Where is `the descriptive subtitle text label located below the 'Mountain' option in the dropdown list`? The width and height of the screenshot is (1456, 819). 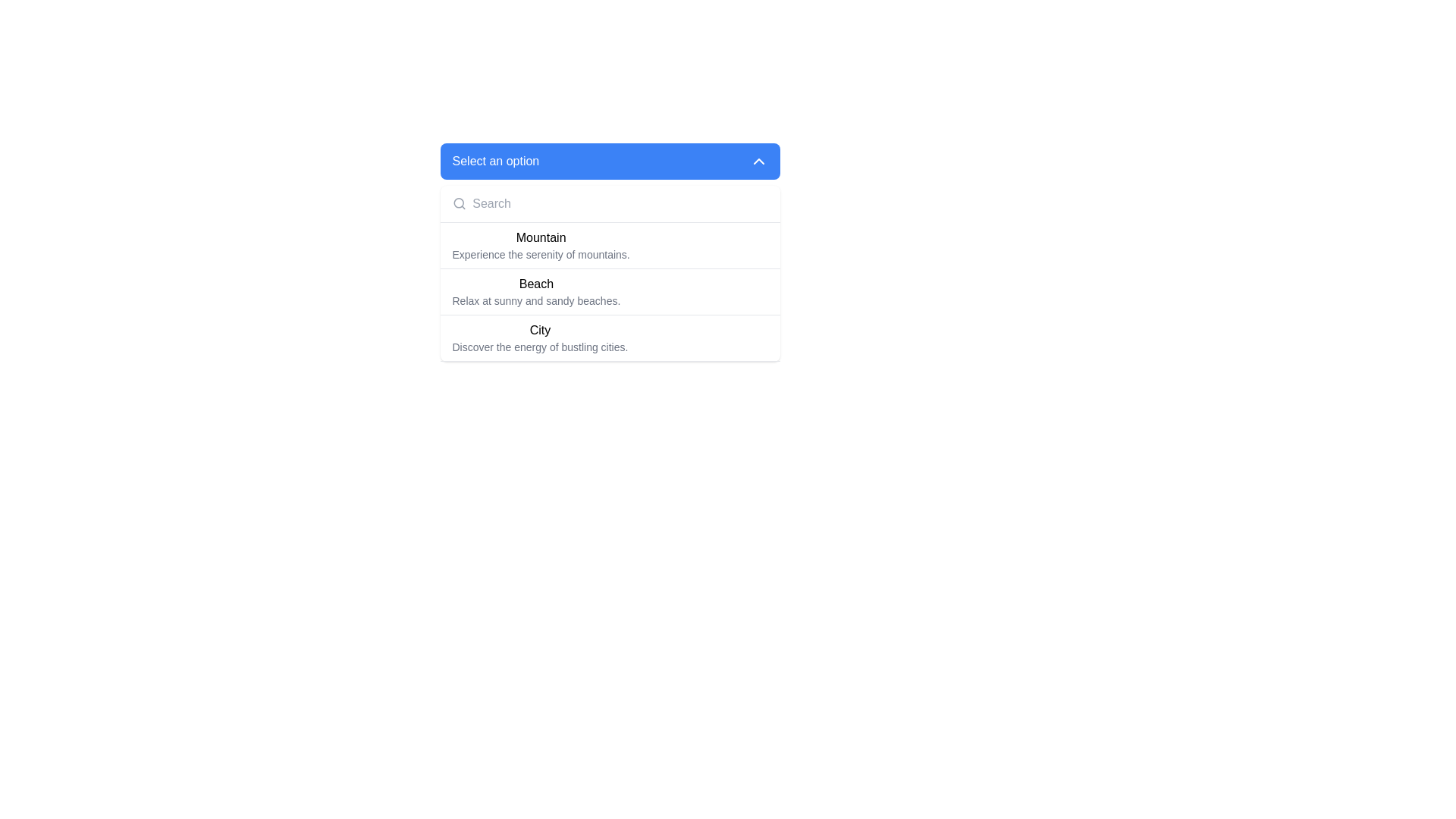
the descriptive subtitle text label located below the 'Mountain' option in the dropdown list is located at coordinates (541, 253).